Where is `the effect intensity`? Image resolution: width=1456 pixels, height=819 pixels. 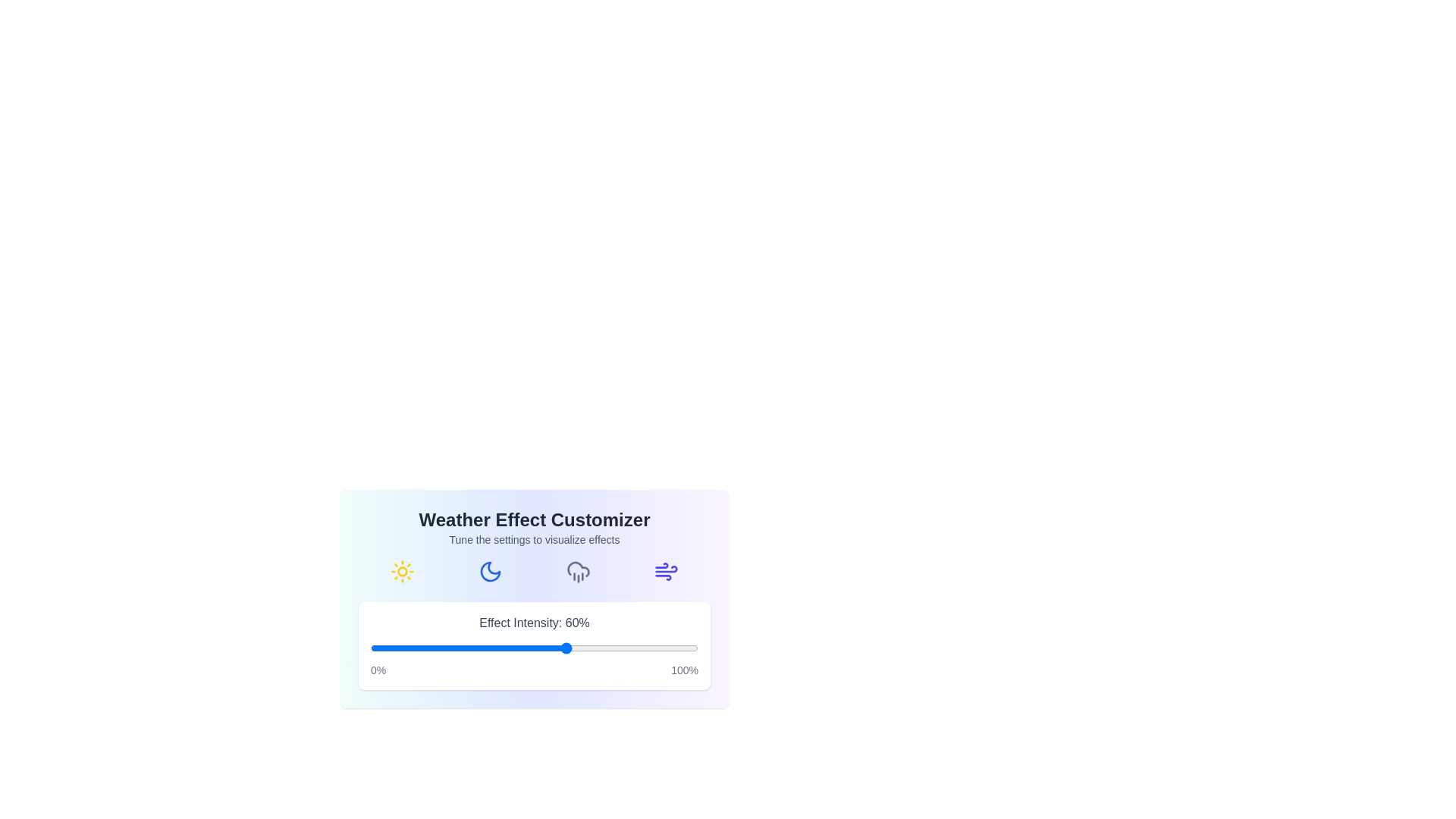
the effect intensity is located at coordinates (390, 648).